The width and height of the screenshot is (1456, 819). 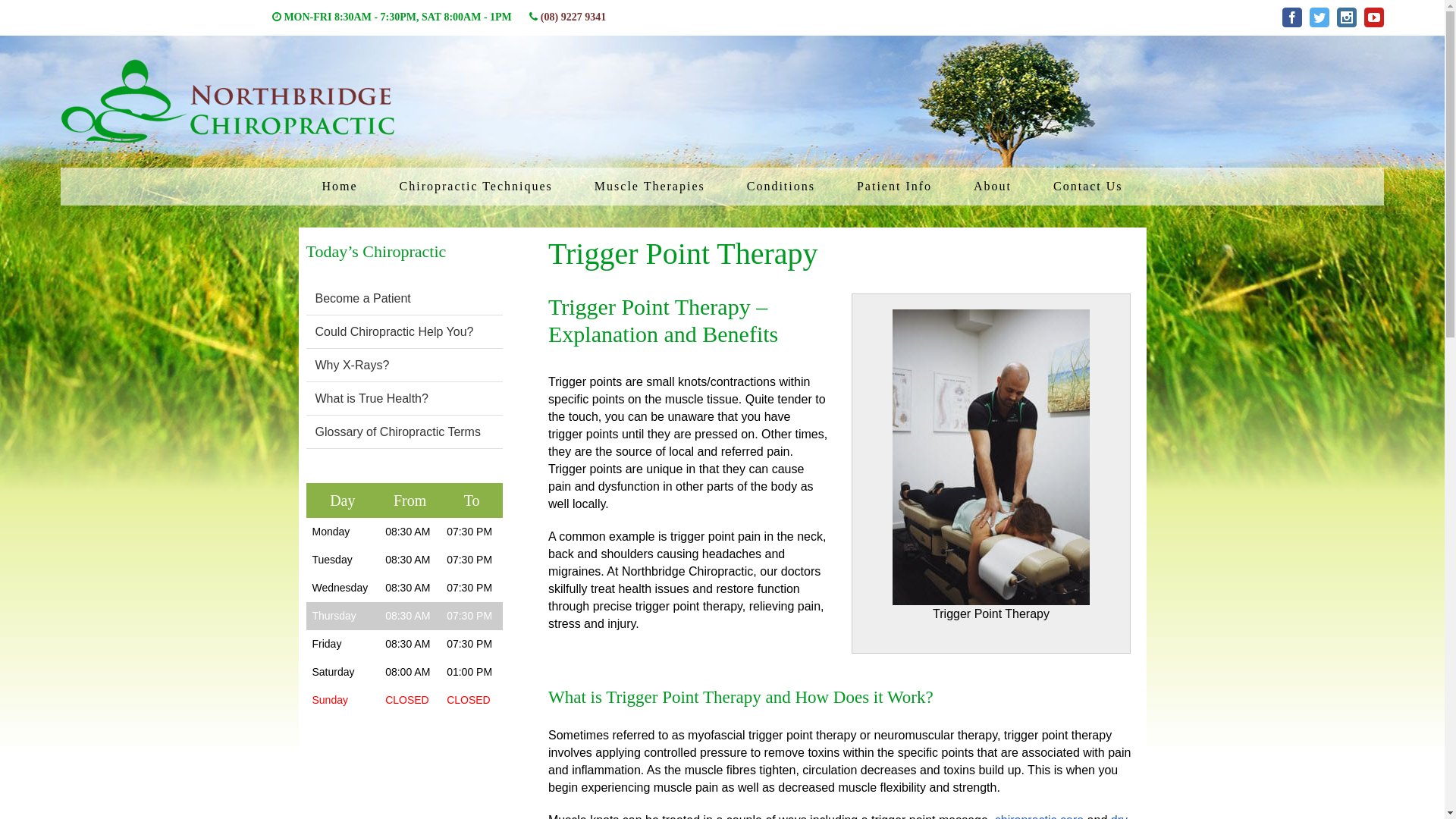 What do you see at coordinates (781, 186) in the screenshot?
I see `'Conditions'` at bounding box center [781, 186].